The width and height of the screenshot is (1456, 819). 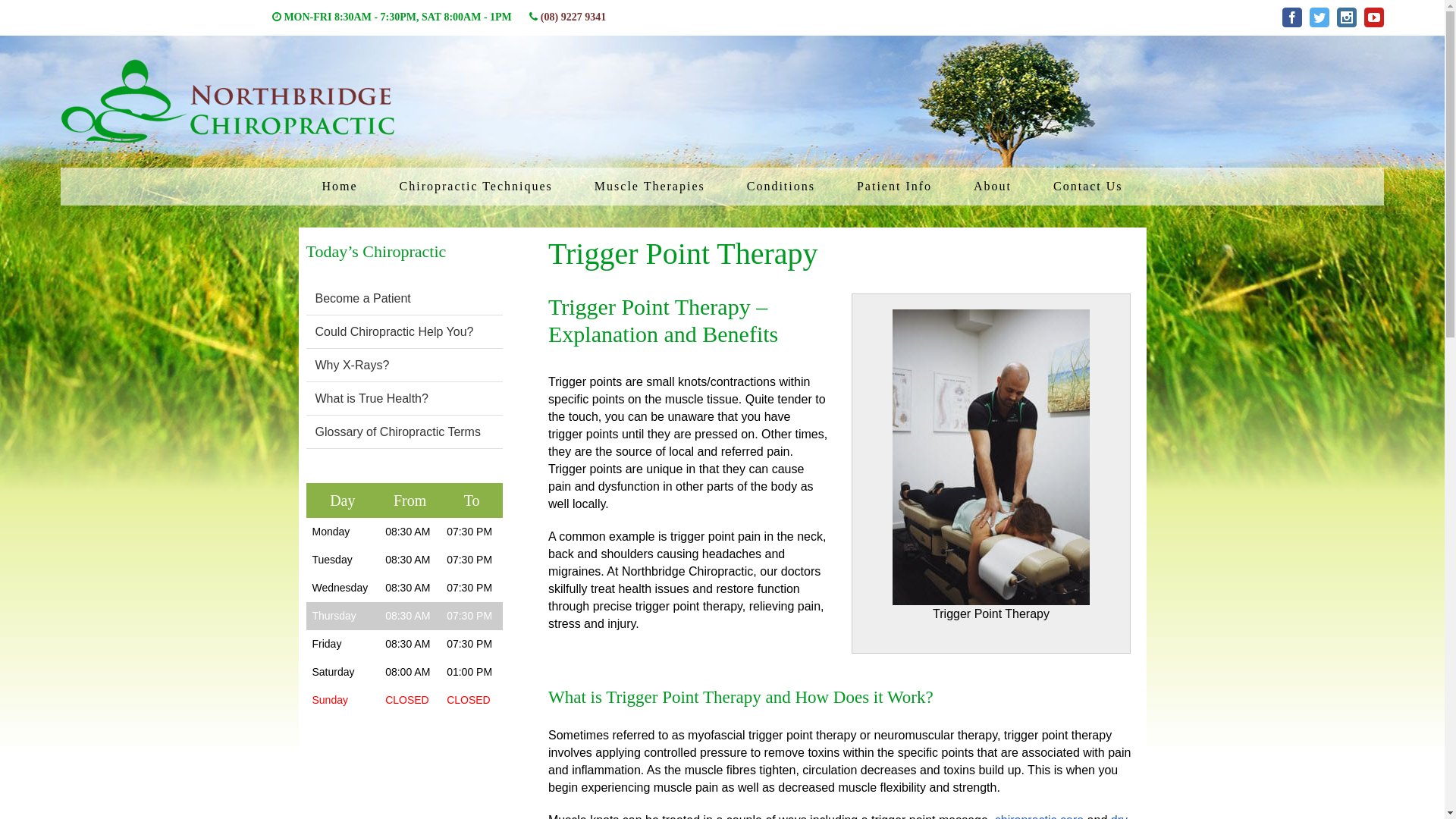 What do you see at coordinates (781, 186) in the screenshot?
I see `'Conditions'` at bounding box center [781, 186].